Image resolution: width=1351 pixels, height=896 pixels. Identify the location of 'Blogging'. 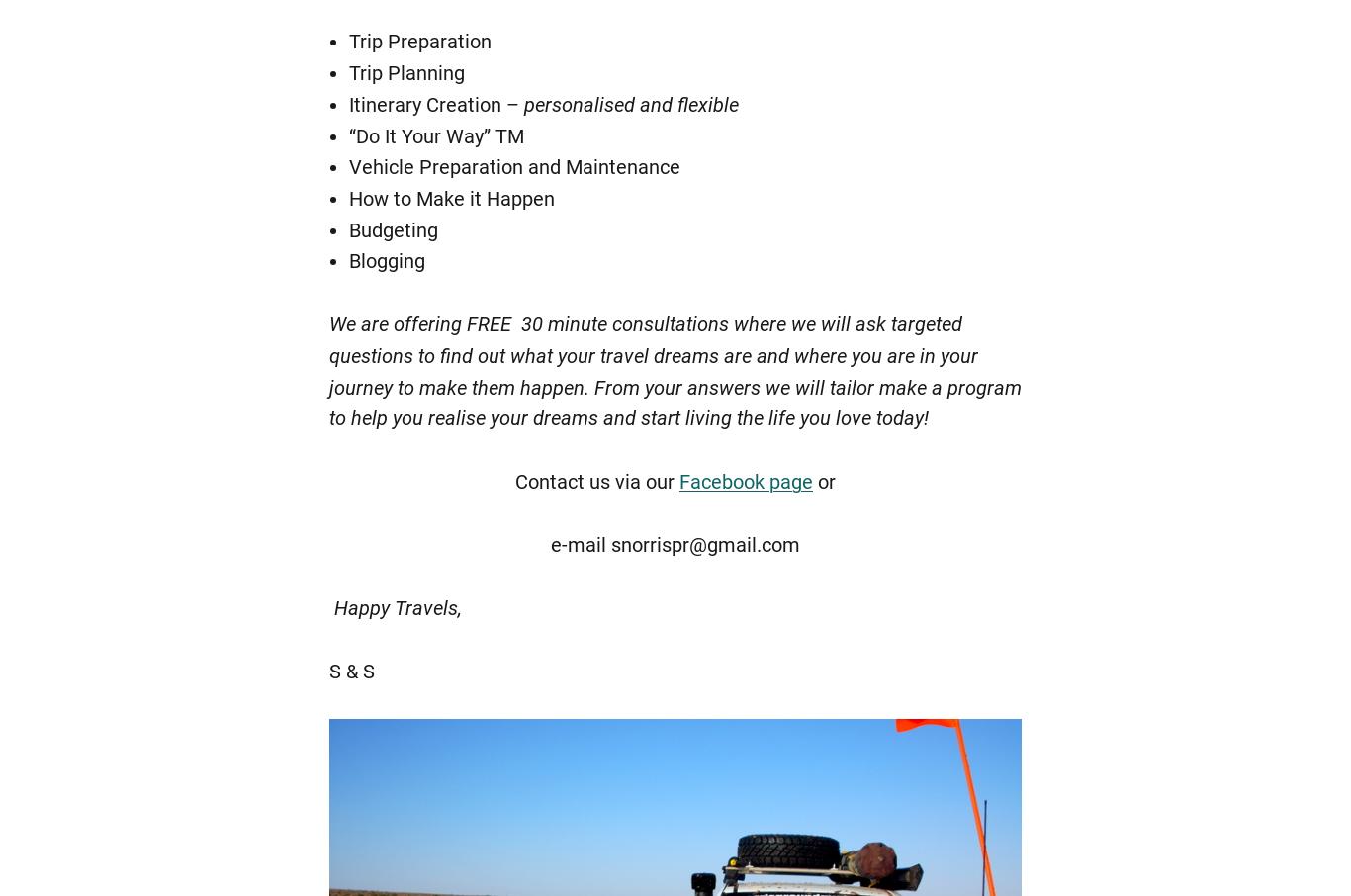
(386, 261).